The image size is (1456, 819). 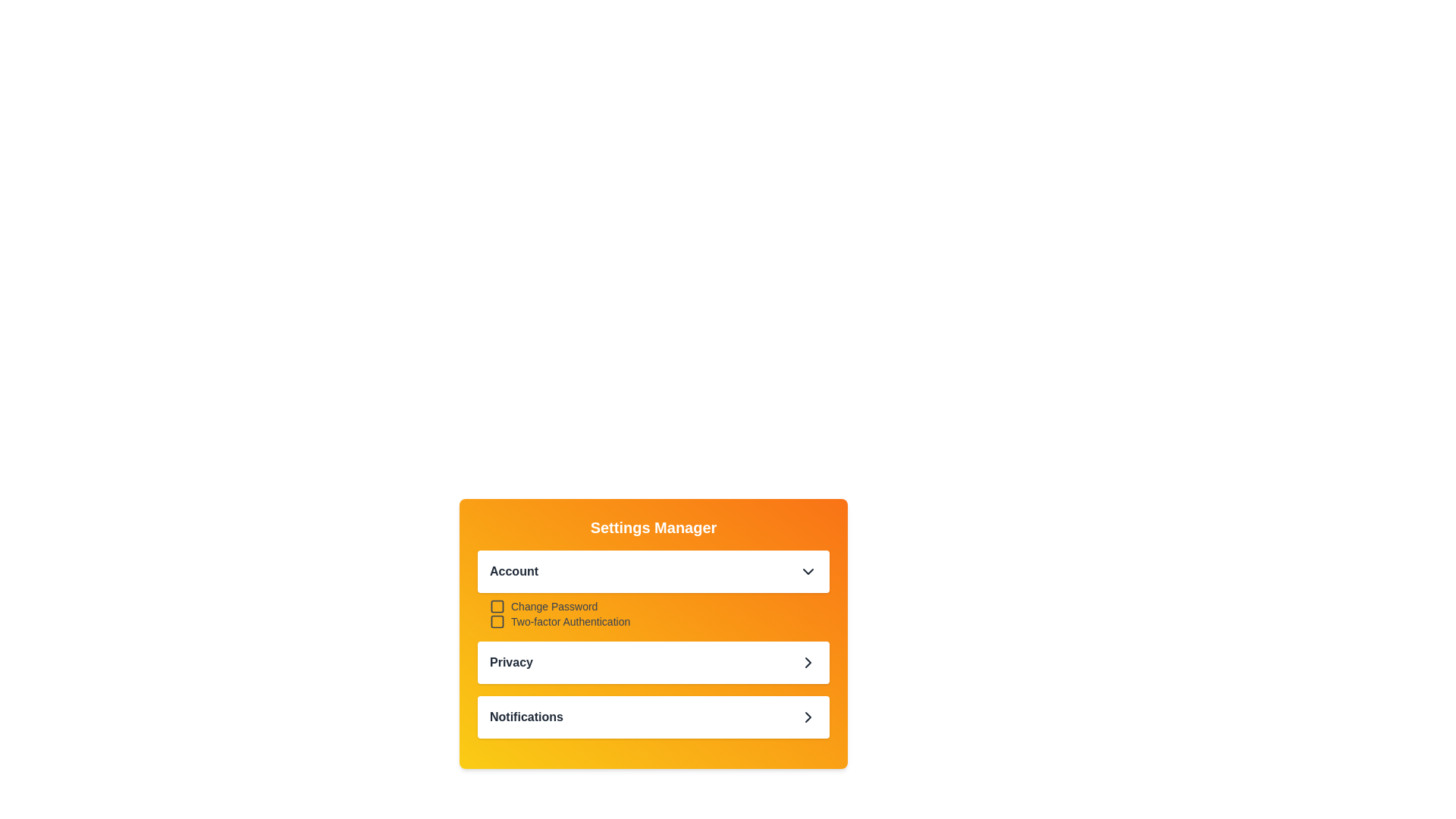 What do you see at coordinates (497, 605) in the screenshot?
I see `the small, square-shaped orange icon located next to the 'Change Password' text under the 'Account' dropdown menu in the 'Settings Manager' section` at bounding box center [497, 605].